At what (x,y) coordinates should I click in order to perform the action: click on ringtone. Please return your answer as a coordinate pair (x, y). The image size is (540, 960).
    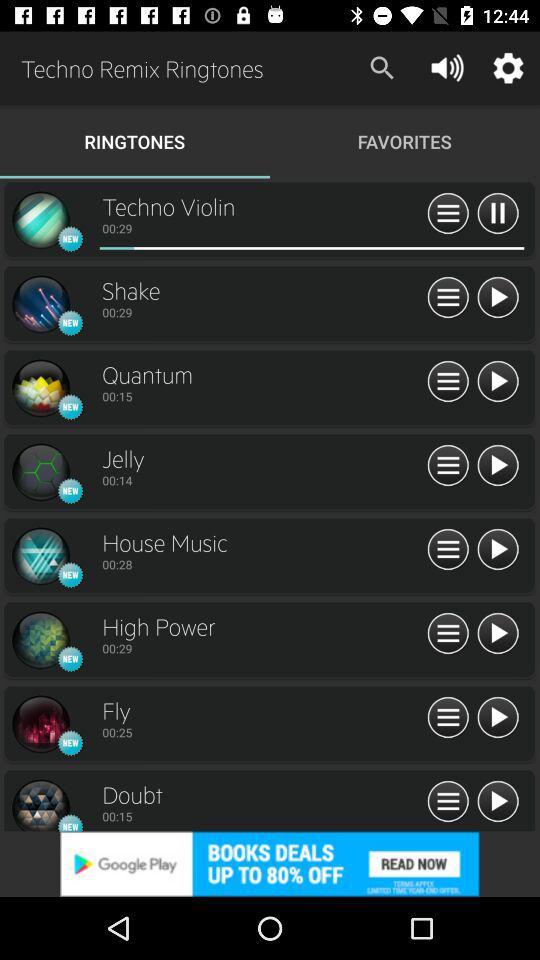
    Looking at the image, I should click on (496, 550).